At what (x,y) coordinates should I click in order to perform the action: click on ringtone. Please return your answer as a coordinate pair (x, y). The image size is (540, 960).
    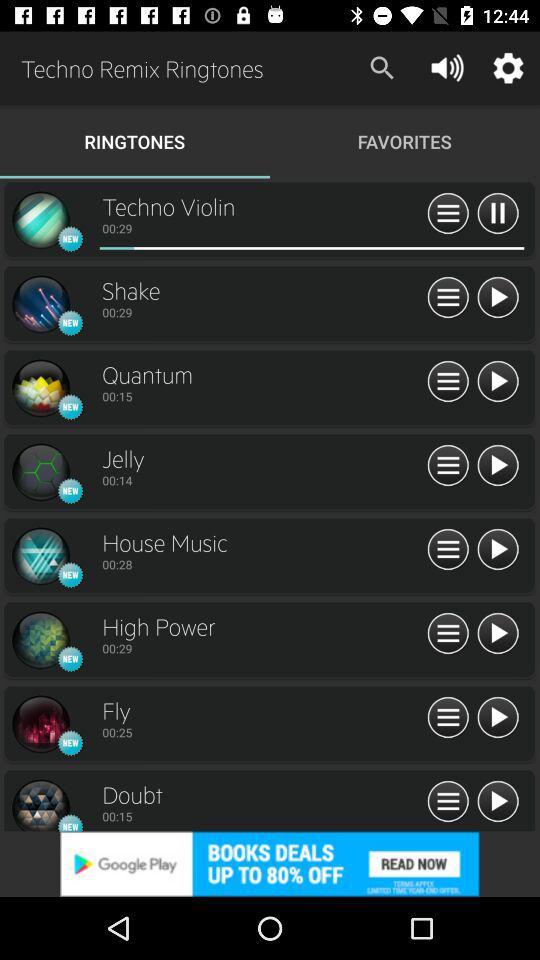
    Looking at the image, I should click on (496, 550).